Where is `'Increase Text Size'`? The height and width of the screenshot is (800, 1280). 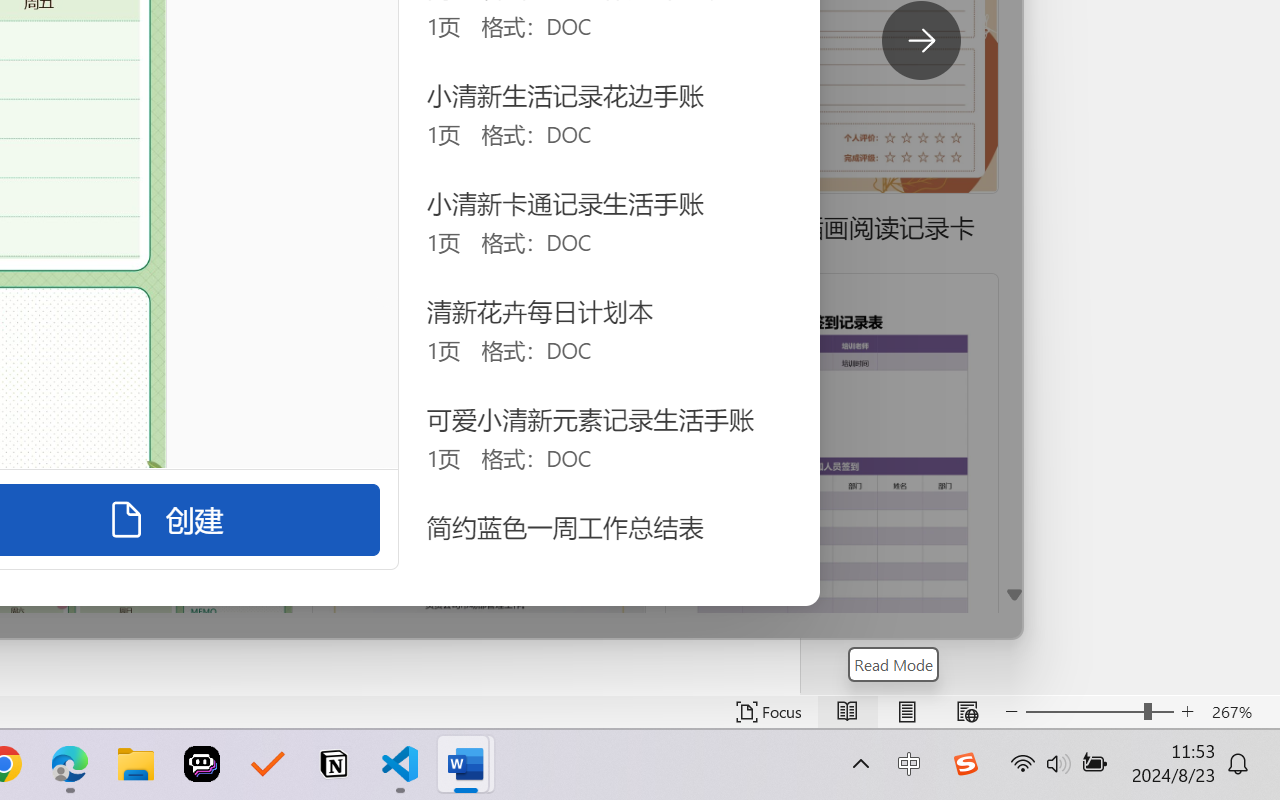 'Increase Text Size' is located at coordinates (1187, 711).